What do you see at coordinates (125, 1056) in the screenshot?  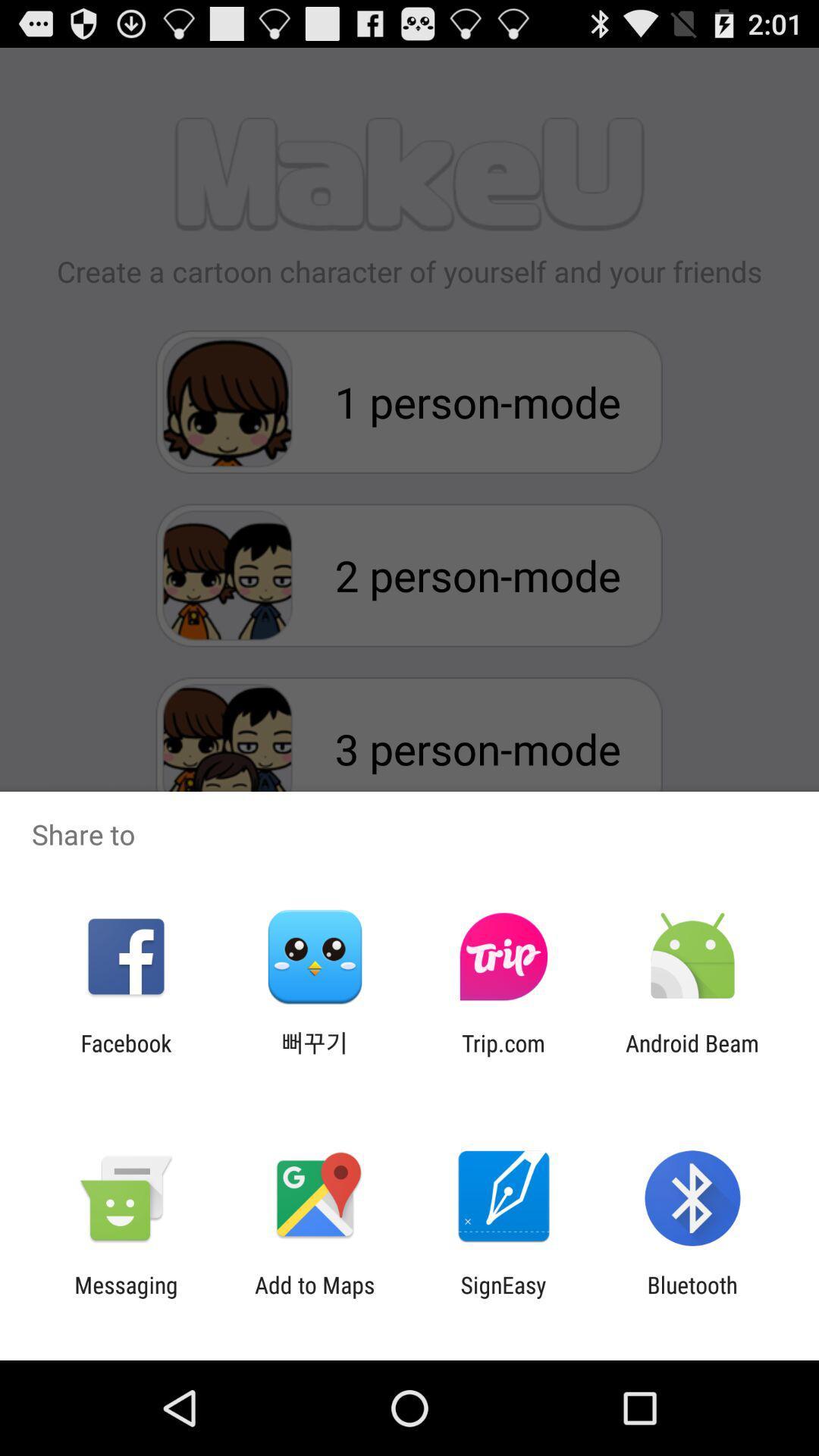 I see `facebook icon` at bounding box center [125, 1056].